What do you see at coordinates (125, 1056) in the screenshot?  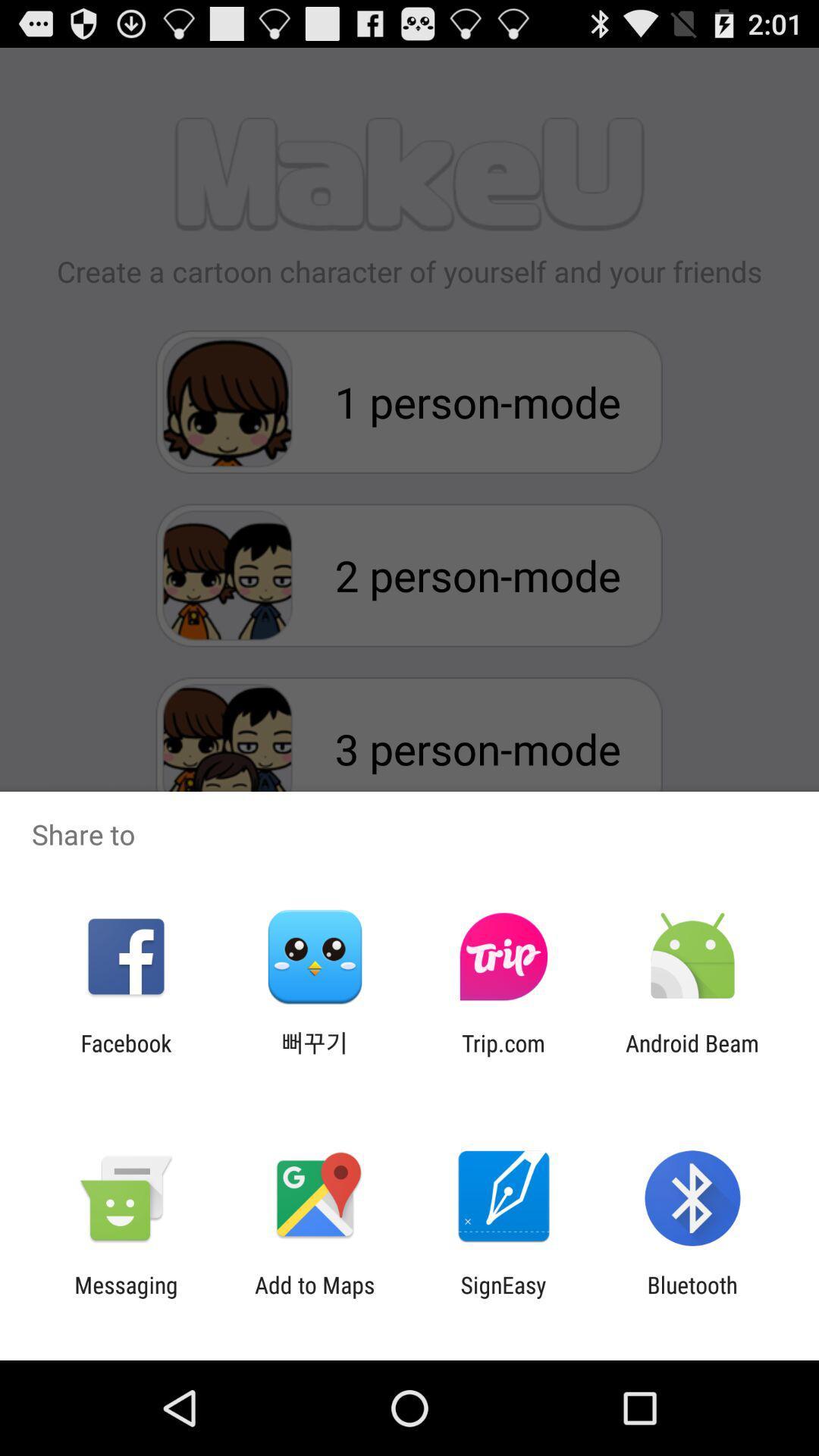 I see `facebook icon` at bounding box center [125, 1056].